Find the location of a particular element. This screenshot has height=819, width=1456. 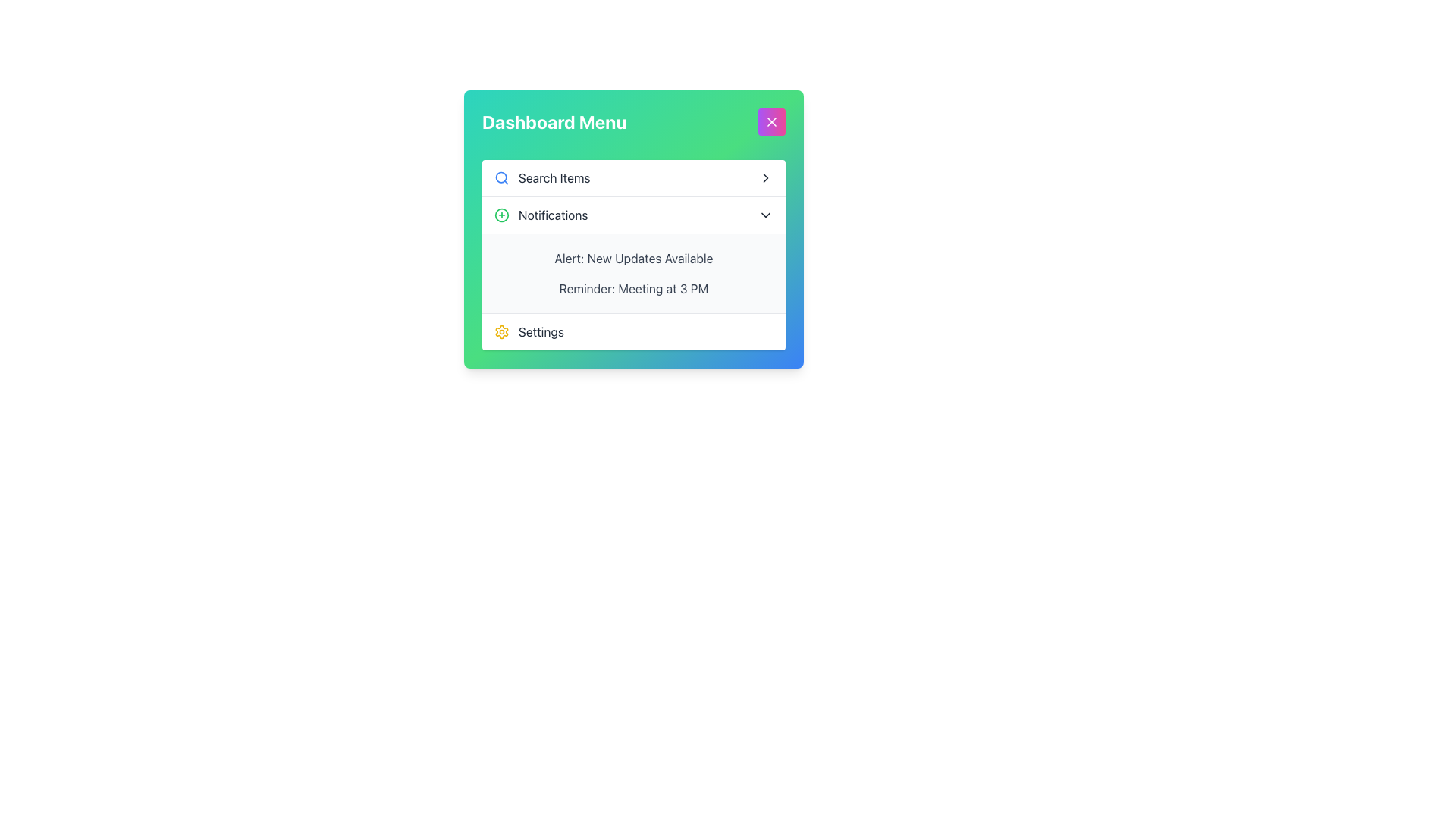

the Close button icon in the top right corner of the 'Dashboard Menu' is located at coordinates (771, 121).